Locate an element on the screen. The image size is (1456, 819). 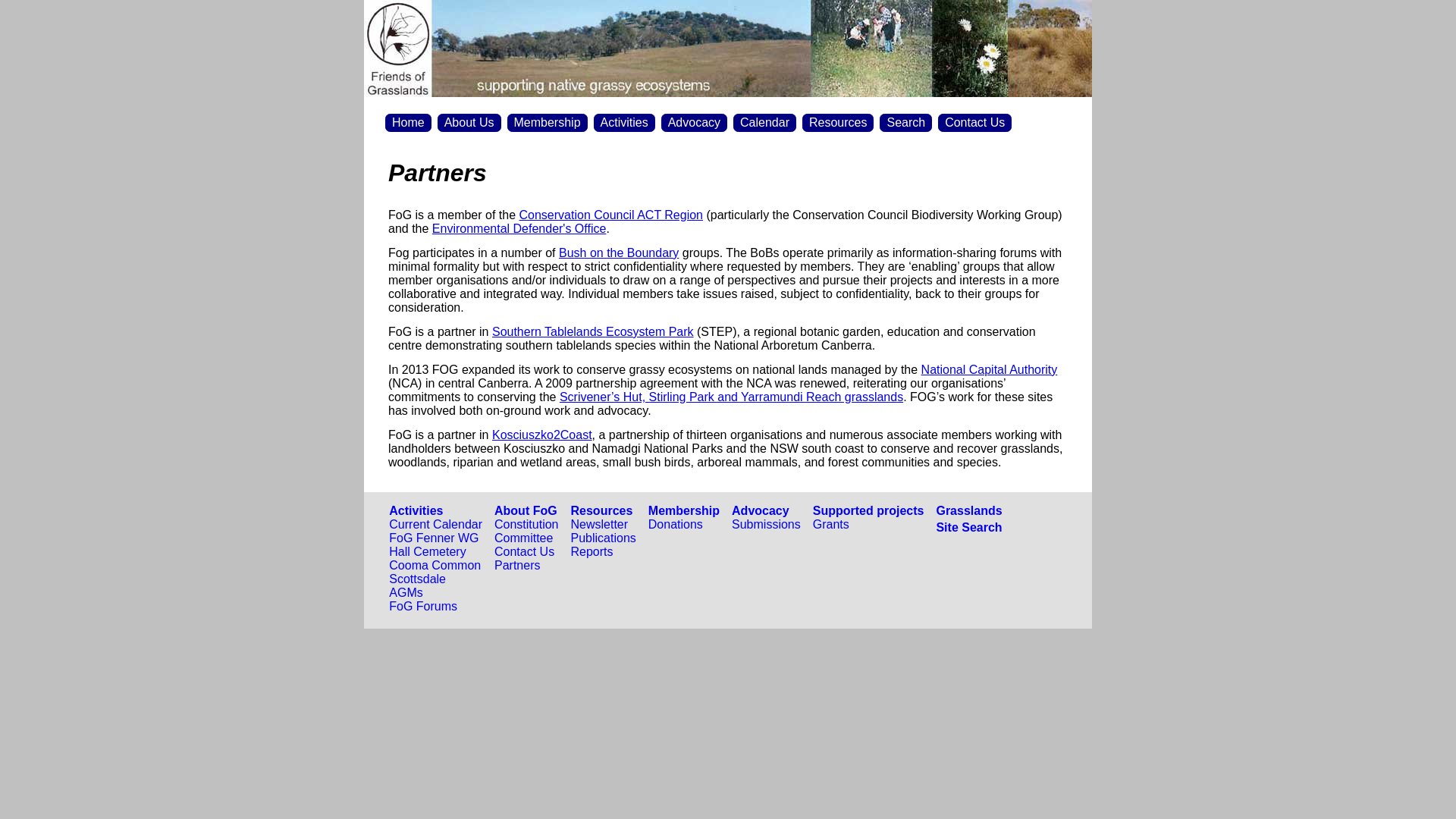
'AGMs' is located at coordinates (405, 591).